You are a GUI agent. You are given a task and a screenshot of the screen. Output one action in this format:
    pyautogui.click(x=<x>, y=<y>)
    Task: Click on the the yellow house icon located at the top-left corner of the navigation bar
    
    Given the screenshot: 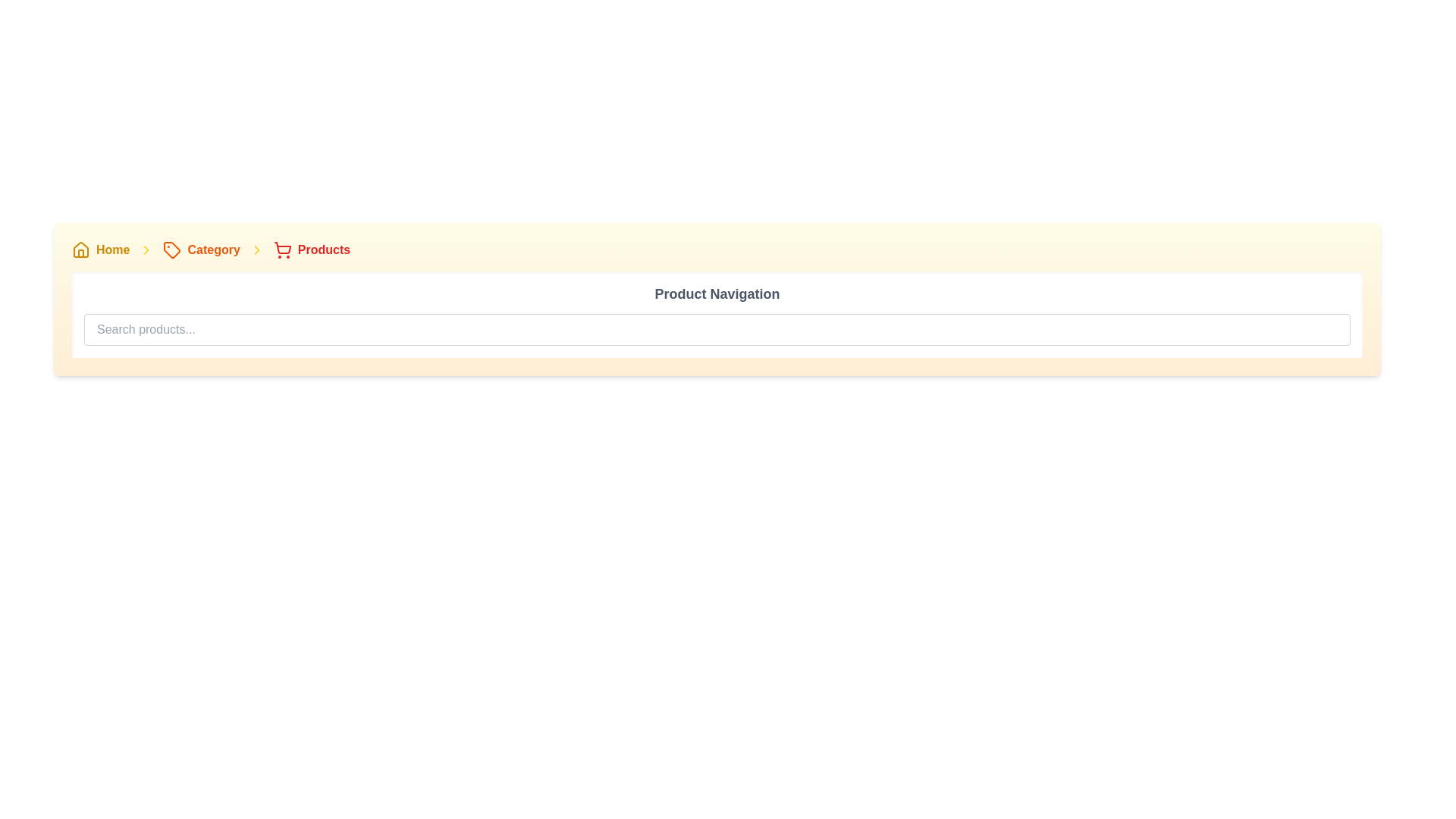 What is the action you would take?
    pyautogui.click(x=80, y=249)
    